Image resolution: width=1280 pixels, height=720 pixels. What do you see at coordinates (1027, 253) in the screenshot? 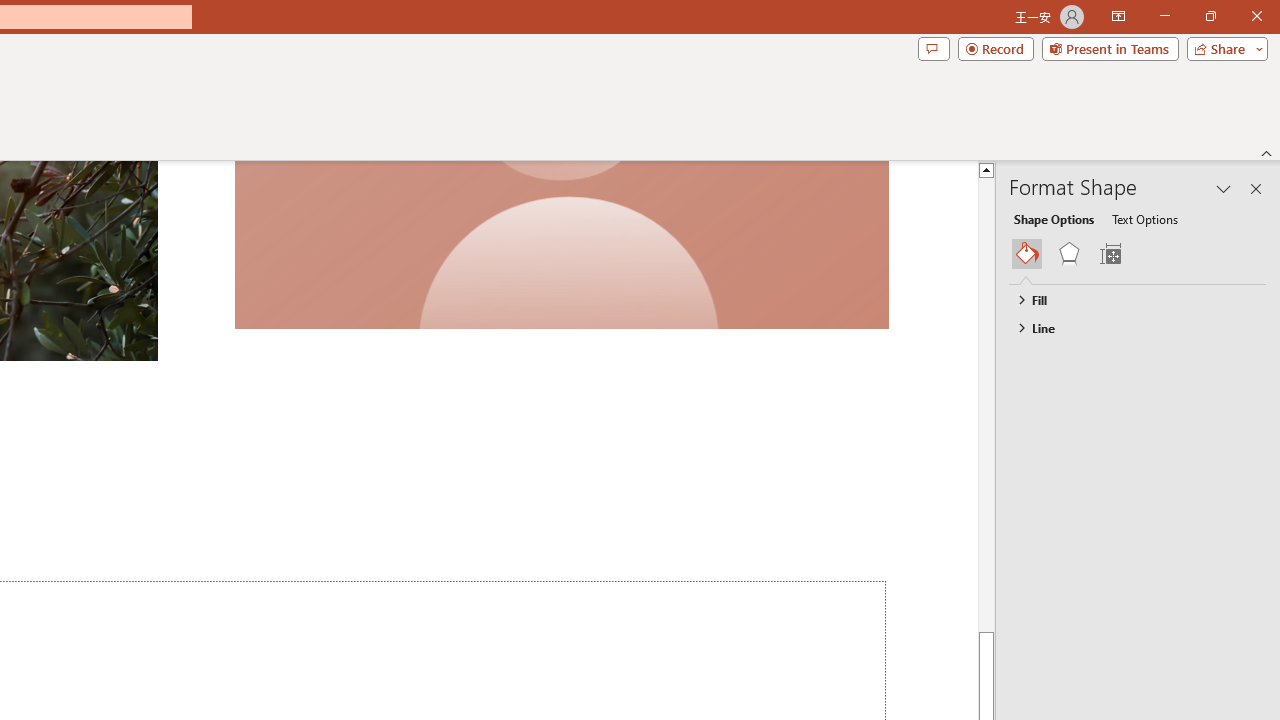
I see `'Fill & Line'` at bounding box center [1027, 253].